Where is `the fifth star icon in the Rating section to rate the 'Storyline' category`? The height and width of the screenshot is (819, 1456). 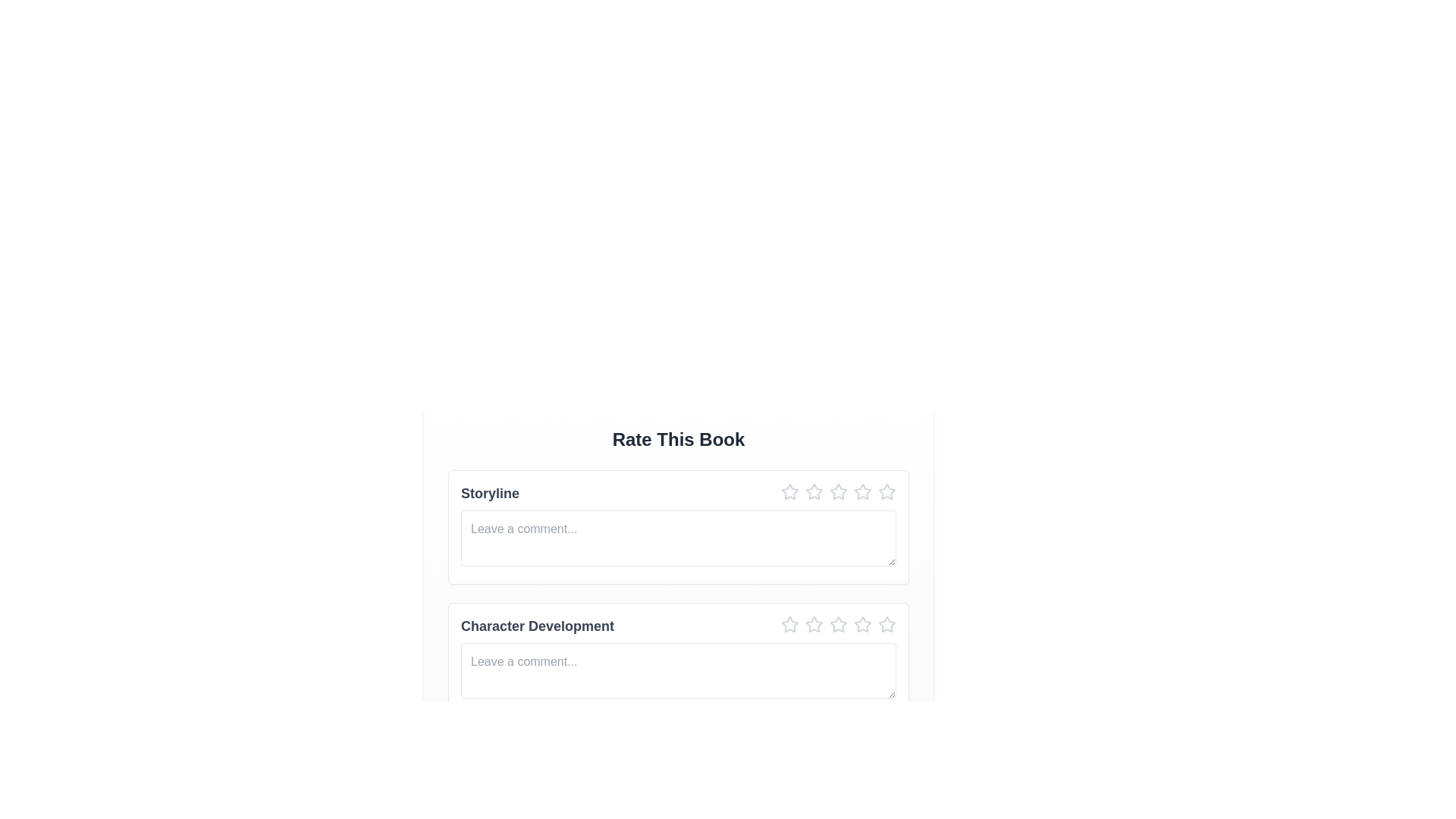
the fifth star icon in the Rating section to rate the 'Storyline' category is located at coordinates (814, 491).